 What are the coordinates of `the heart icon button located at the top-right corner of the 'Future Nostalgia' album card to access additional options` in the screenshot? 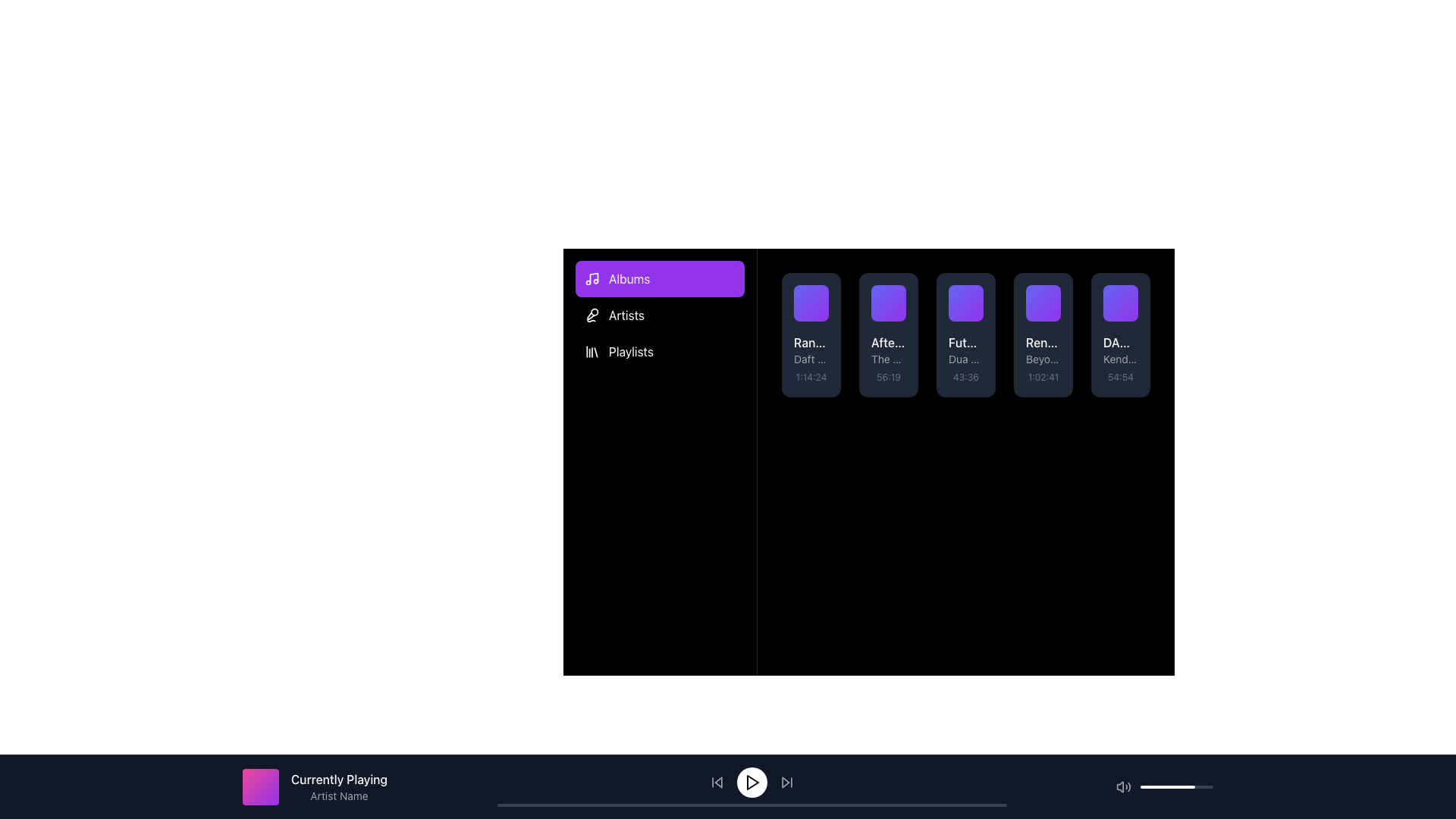 It's located at (974, 294).